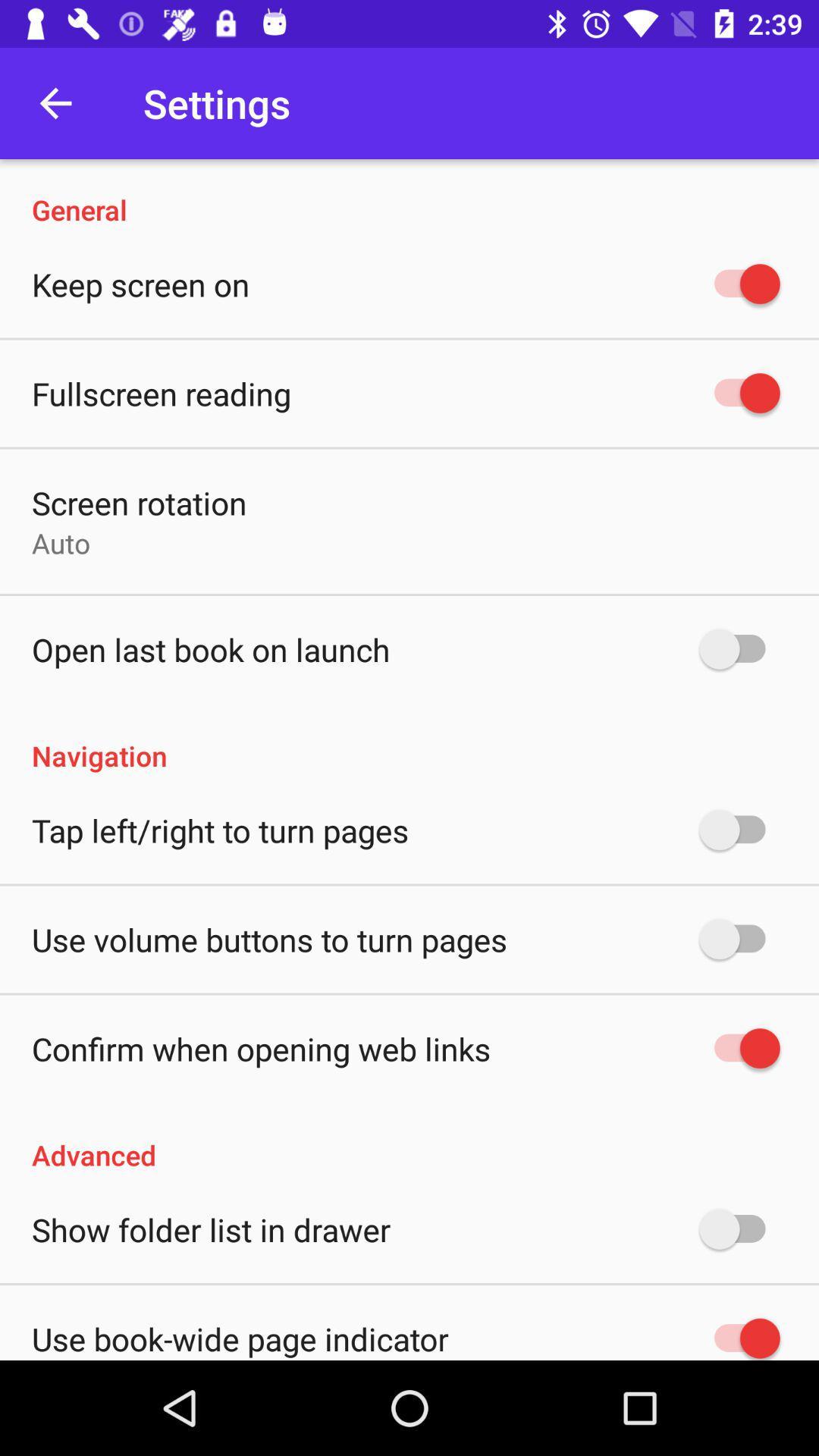 The height and width of the screenshot is (1456, 819). What do you see at coordinates (268, 938) in the screenshot?
I see `the icon above confirm when opening item` at bounding box center [268, 938].